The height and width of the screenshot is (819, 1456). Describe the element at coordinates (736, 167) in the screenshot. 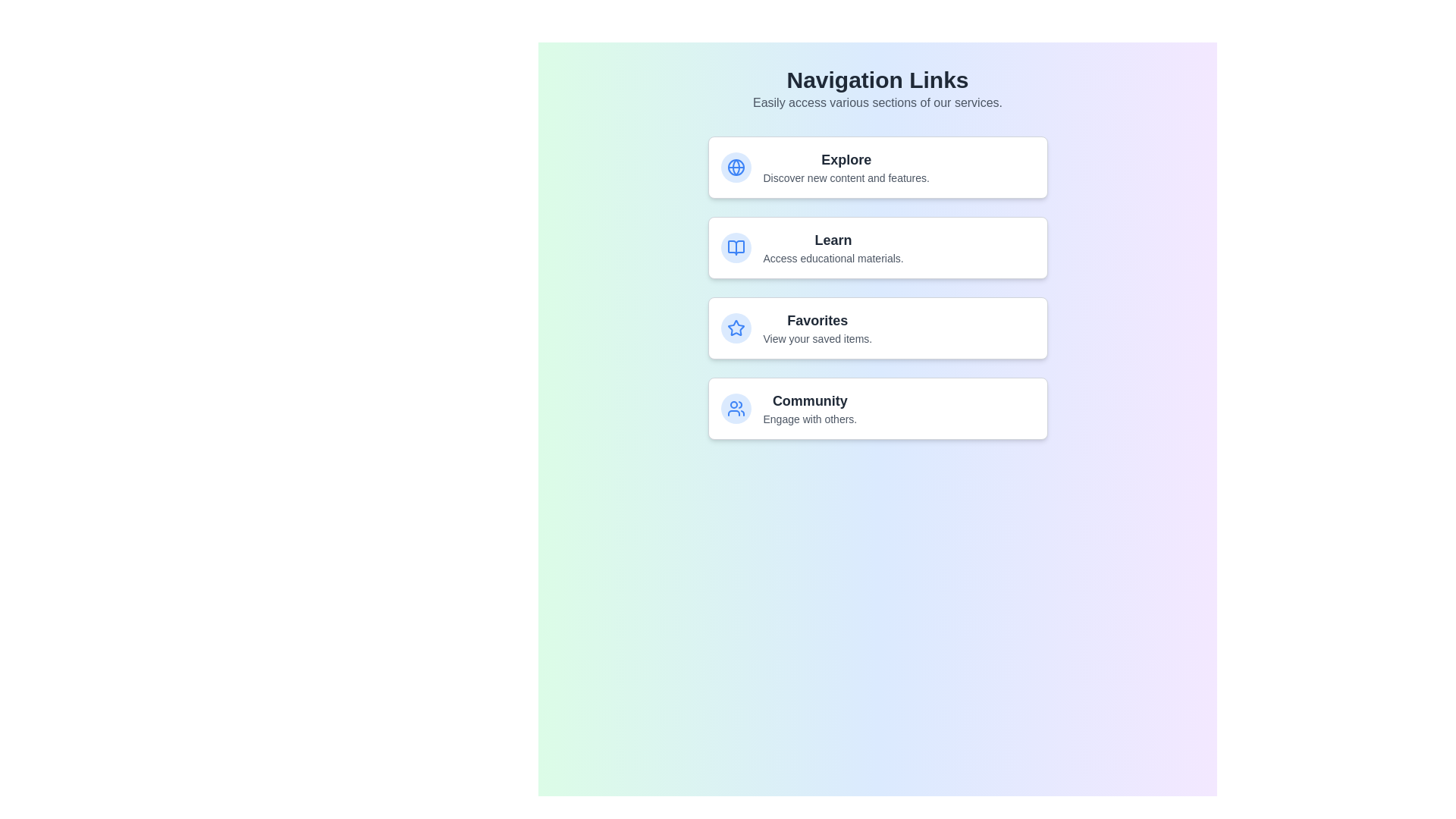

I see `the globe-shaped SVG icon with a blue color scheme located inside the blue circular background at the top left of the 'Explore' list item` at that location.